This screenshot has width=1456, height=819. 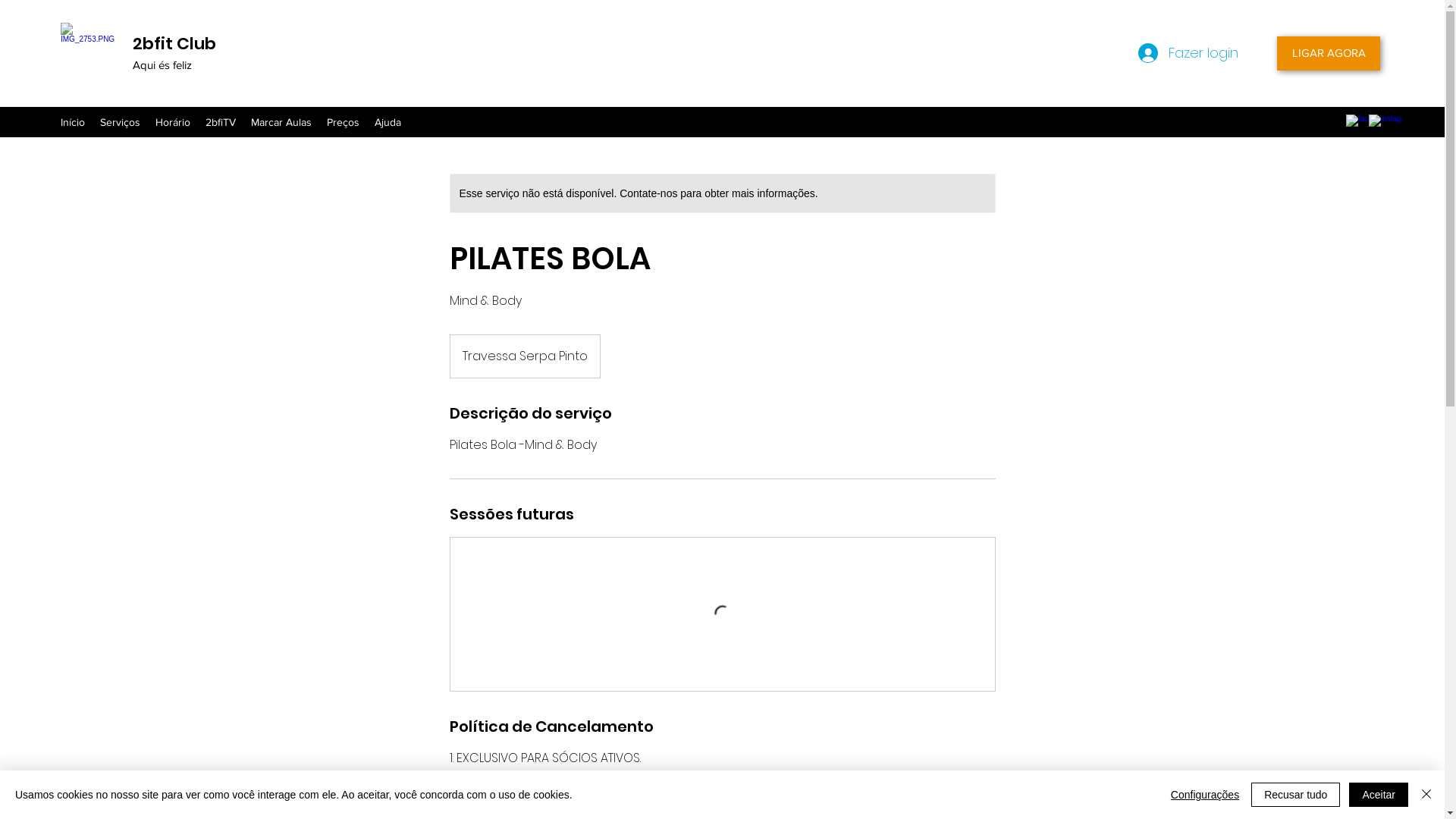 What do you see at coordinates (1178, 52) in the screenshot?
I see `'Fazer login'` at bounding box center [1178, 52].